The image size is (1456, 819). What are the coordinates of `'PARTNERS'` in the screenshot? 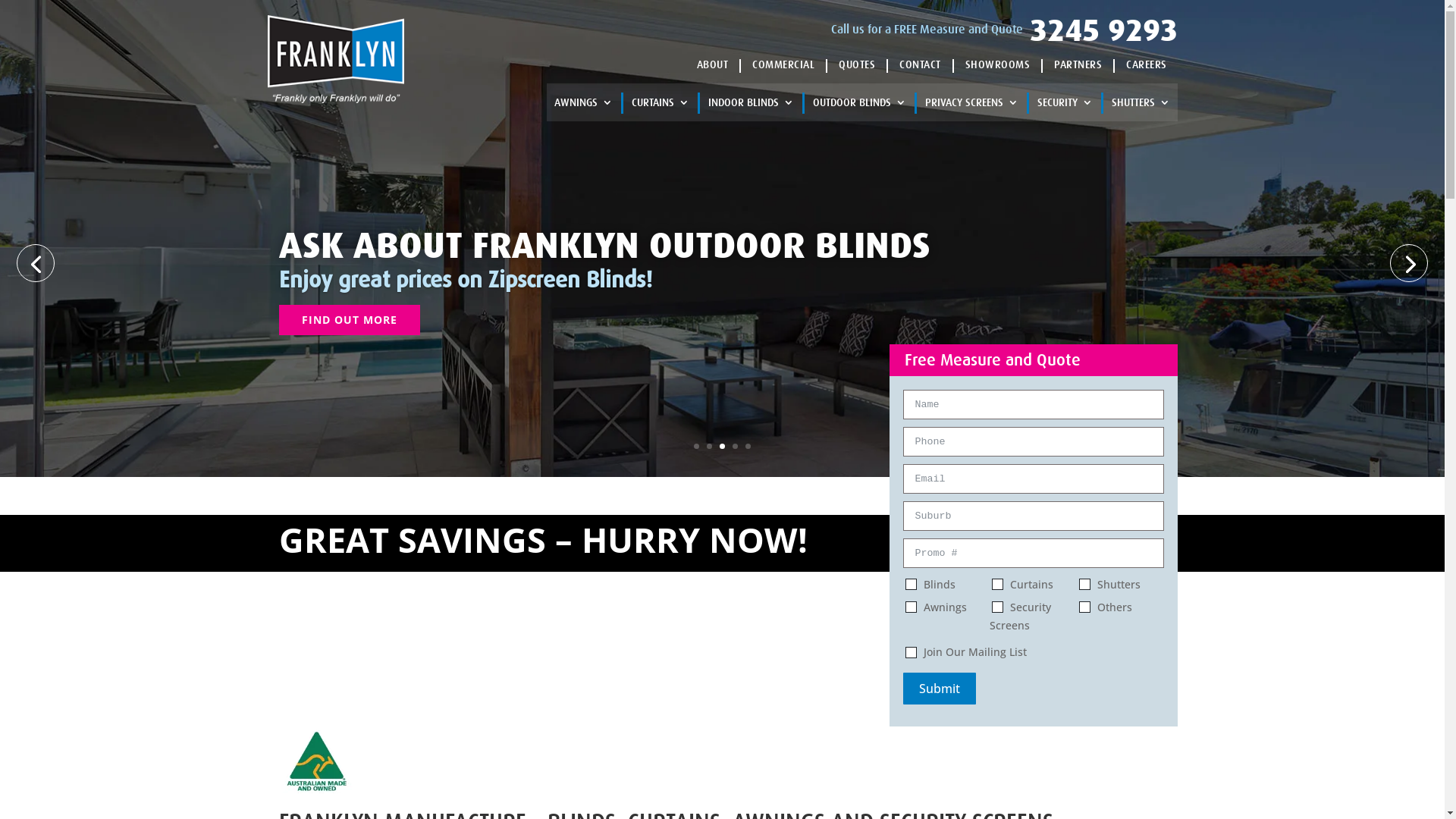 It's located at (1053, 63).